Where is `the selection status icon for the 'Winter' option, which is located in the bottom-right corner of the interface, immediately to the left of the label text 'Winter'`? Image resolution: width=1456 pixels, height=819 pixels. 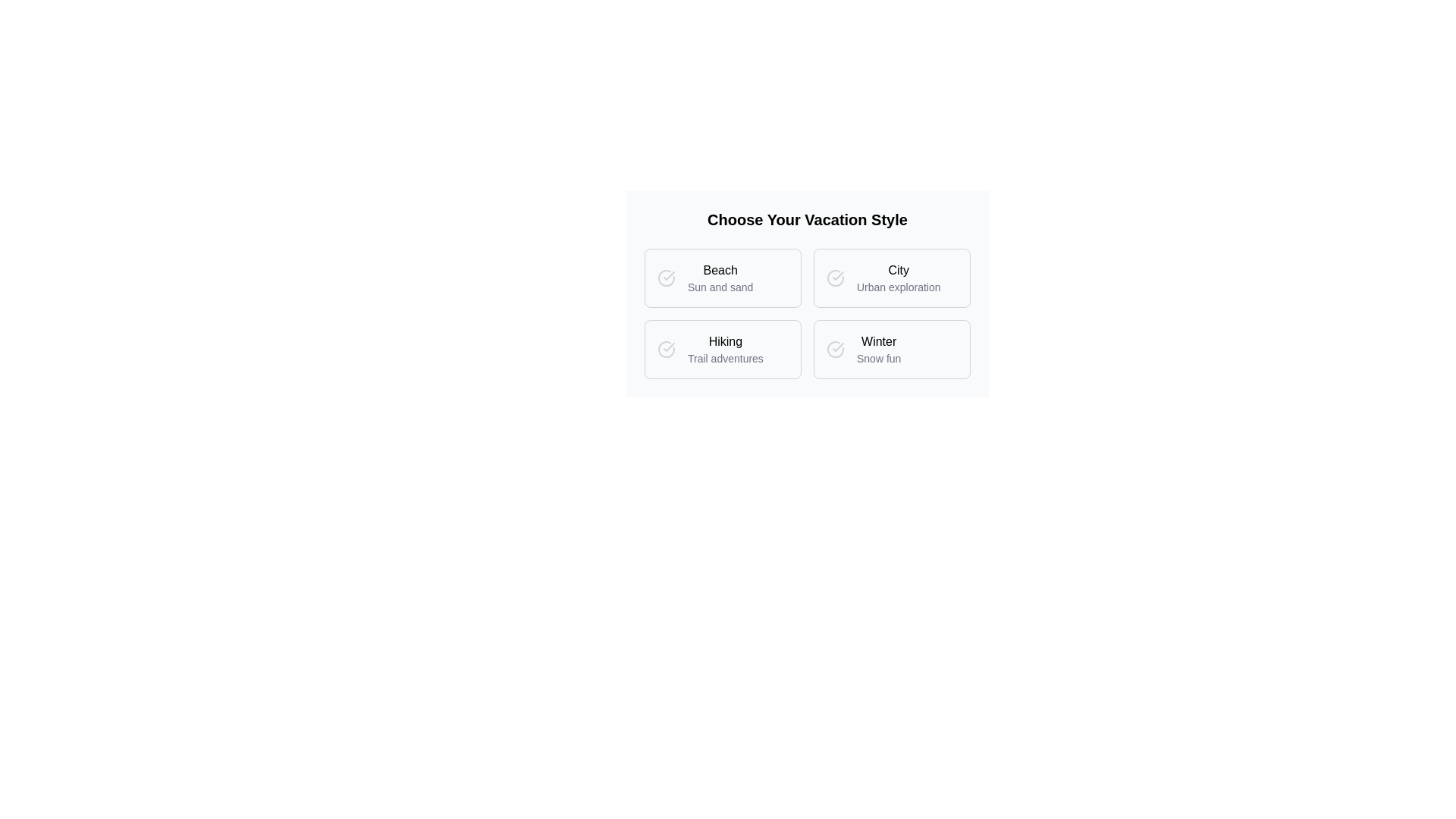 the selection status icon for the 'Winter' option, which is located in the bottom-right corner of the interface, immediately to the left of the label text 'Winter' is located at coordinates (835, 350).